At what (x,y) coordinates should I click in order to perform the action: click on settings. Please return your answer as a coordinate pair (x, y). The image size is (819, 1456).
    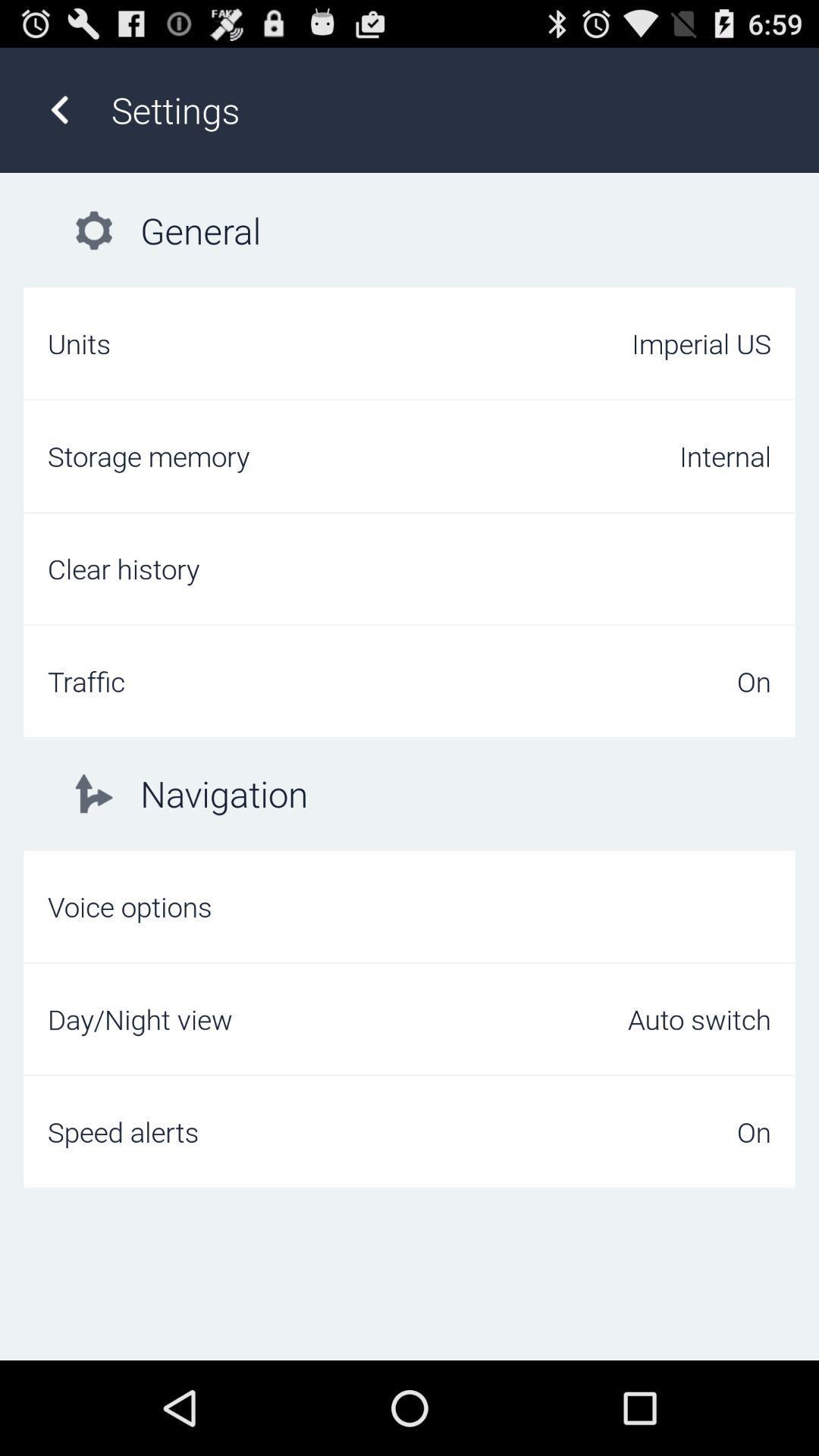
    Looking at the image, I should click on (448, 109).